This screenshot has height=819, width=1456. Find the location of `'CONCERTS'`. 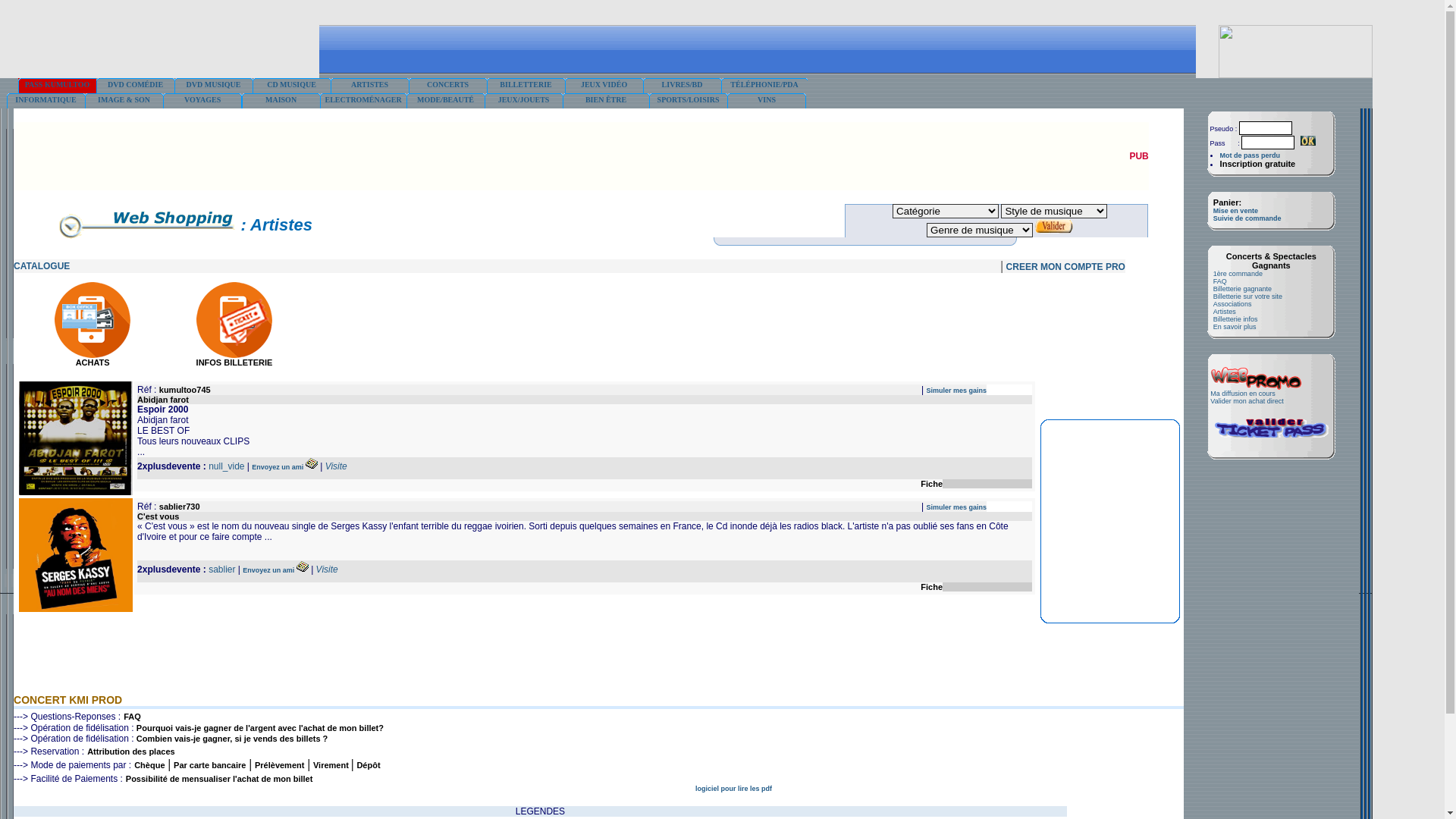

'CONCERTS' is located at coordinates (447, 85).